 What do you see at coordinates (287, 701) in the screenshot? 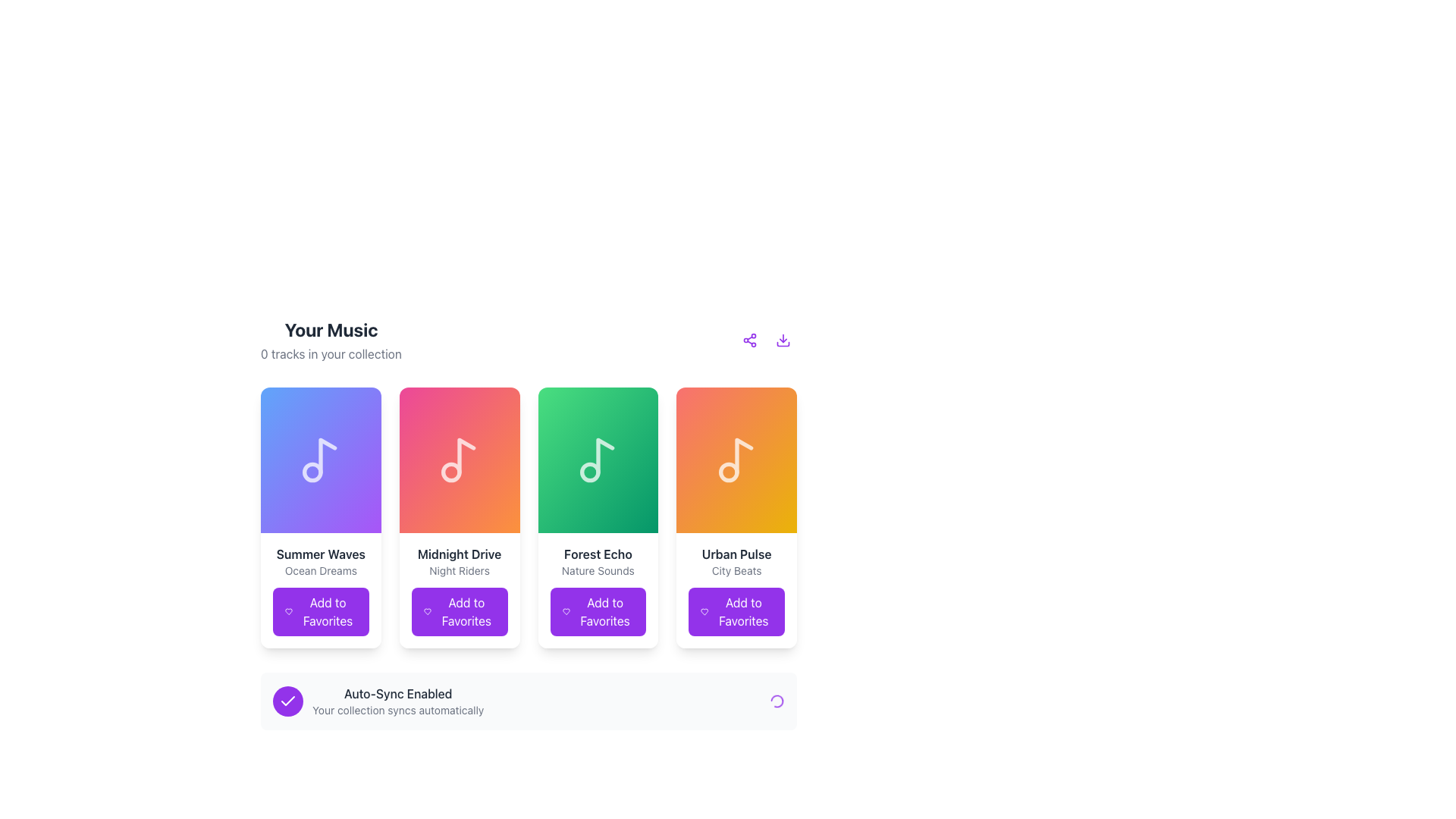
I see `the status indicated by the white checkmark icon within the purple circular background located to the immediate left of the text 'Auto-Sync Enabled'` at bounding box center [287, 701].